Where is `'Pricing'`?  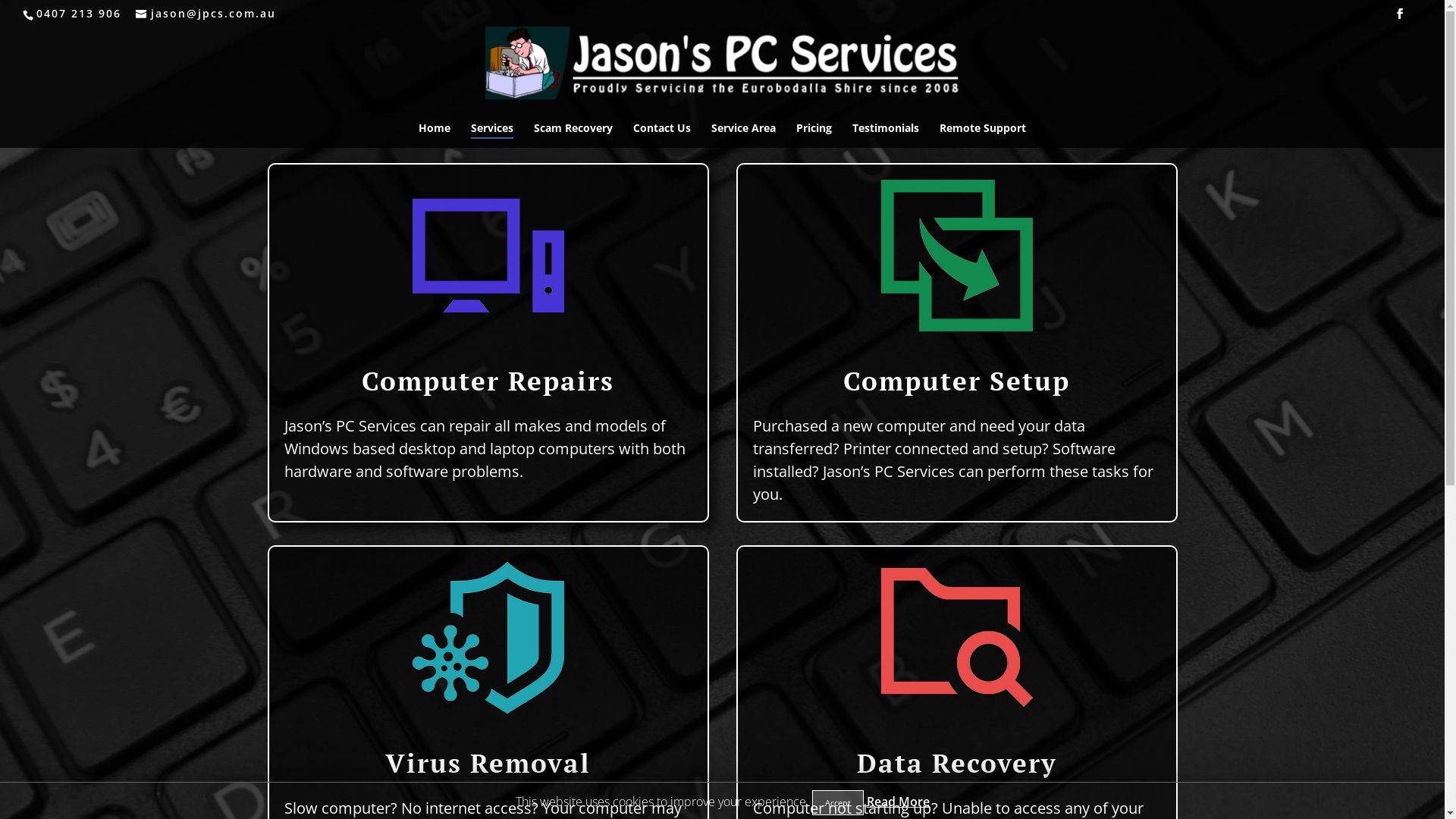 'Pricing' is located at coordinates (813, 133).